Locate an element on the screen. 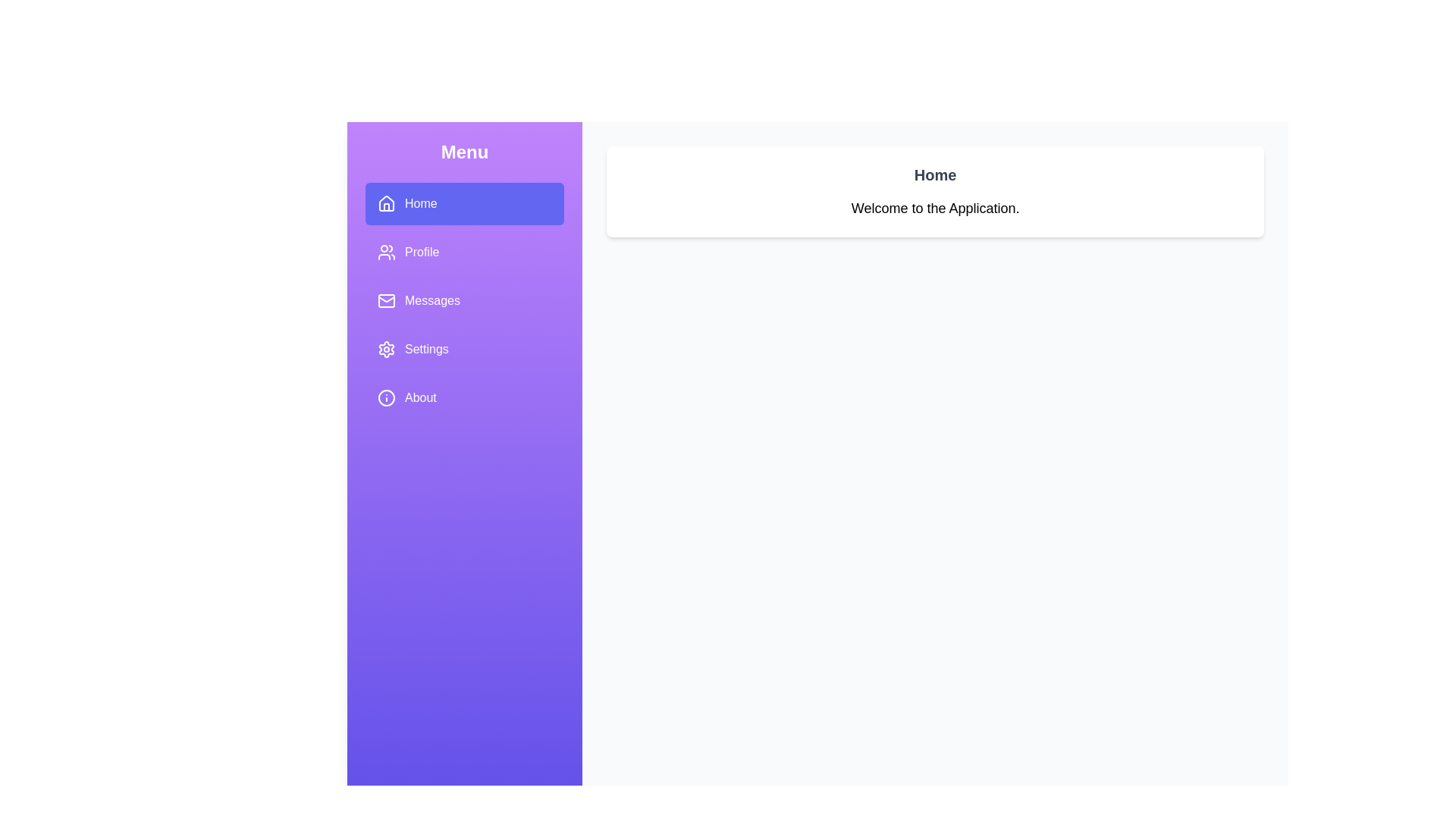  the 'Profile' navigation button located in the vertical menu on the left side of the interface is located at coordinates (464, 251).